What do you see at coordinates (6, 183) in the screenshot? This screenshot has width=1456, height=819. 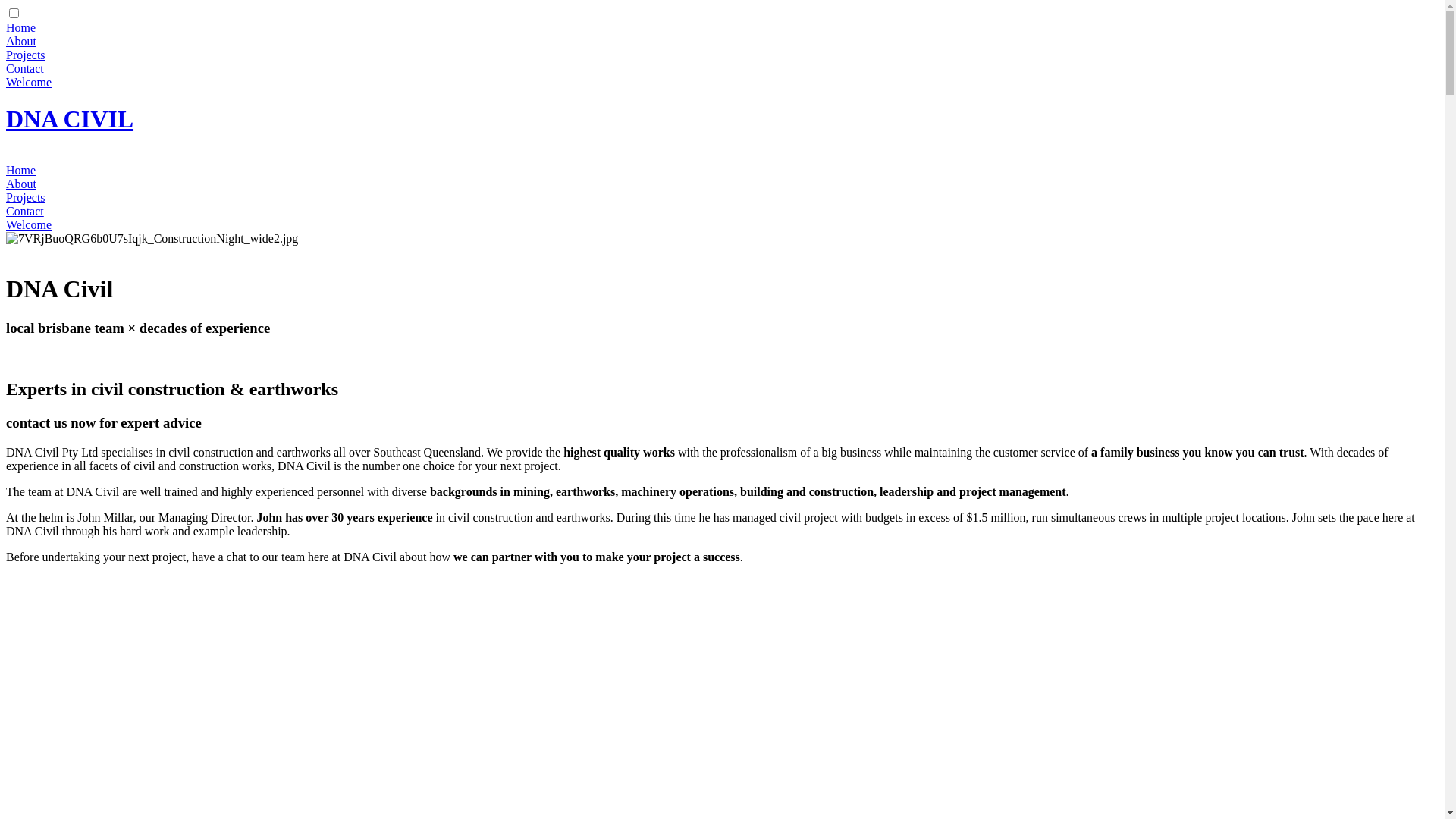 I see `'About'` at bounding box center [6, 183].